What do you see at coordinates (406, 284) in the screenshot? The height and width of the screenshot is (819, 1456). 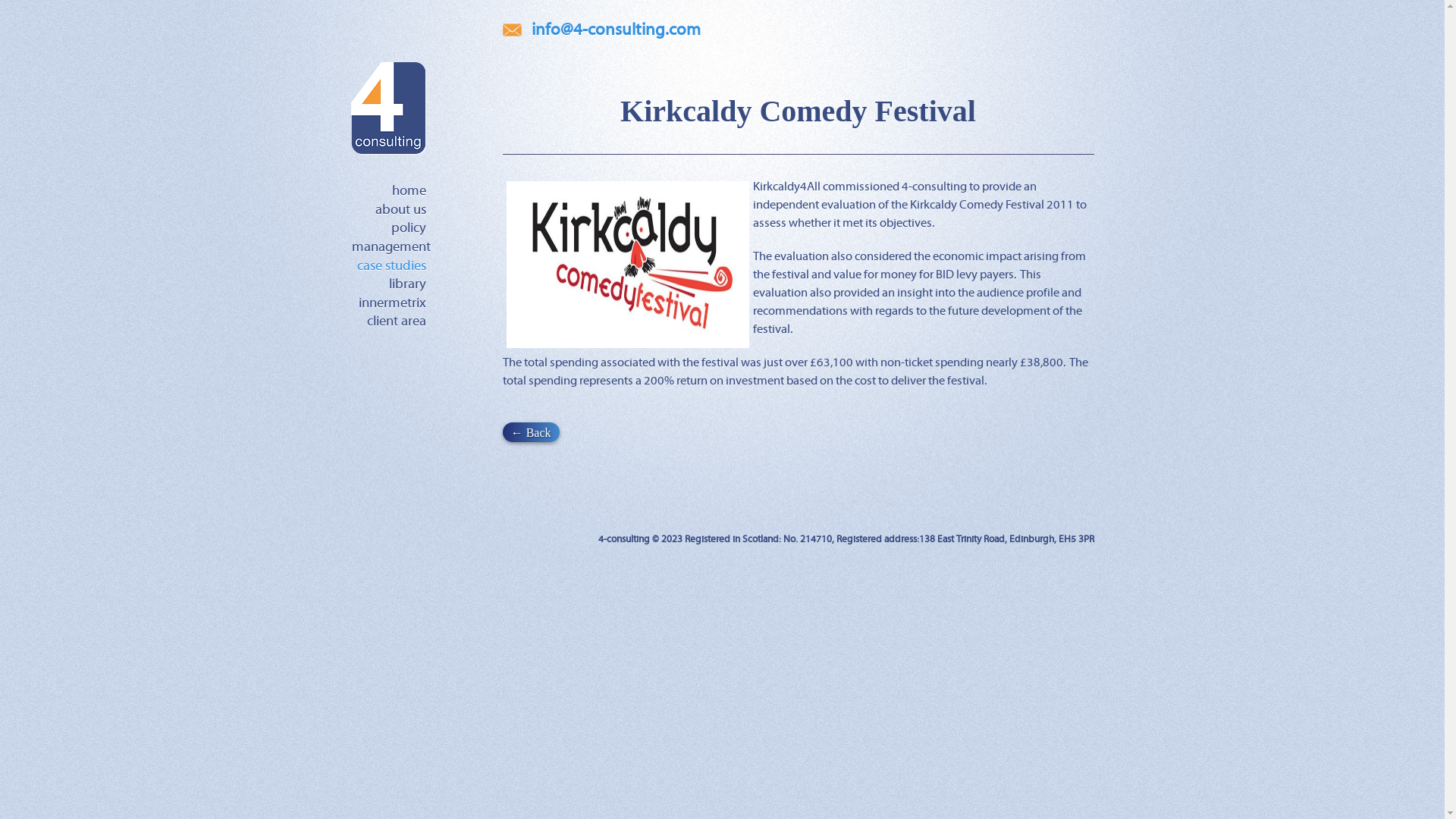 I see `'library'` at bounding box center [406, 284].